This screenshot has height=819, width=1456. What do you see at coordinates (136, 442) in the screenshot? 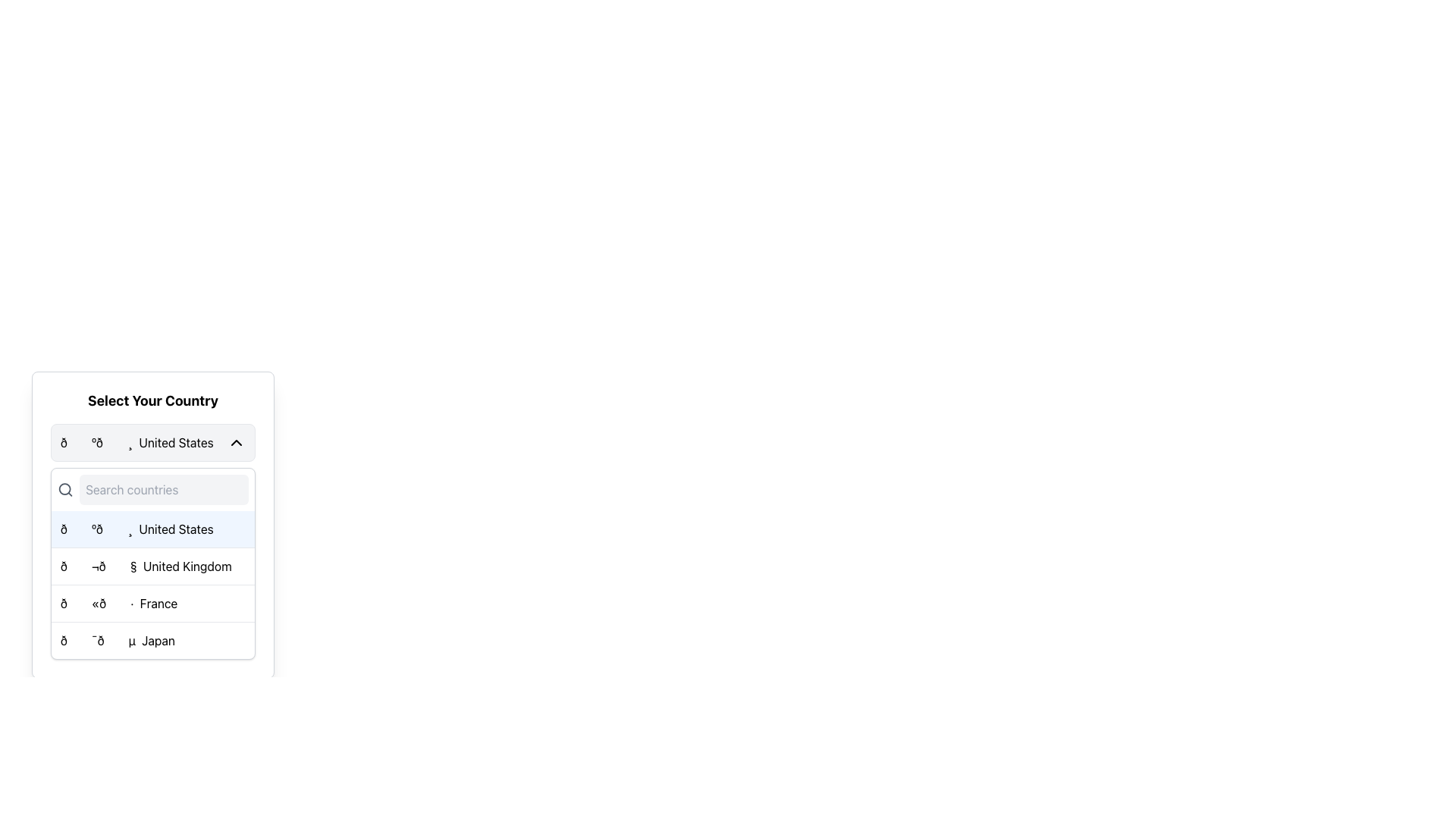
I see `the composite element displaying the emoji of a flag and the text 'United States' in the dropdown menu titled 'Select Your Country'` at bounding box center [136, 442].